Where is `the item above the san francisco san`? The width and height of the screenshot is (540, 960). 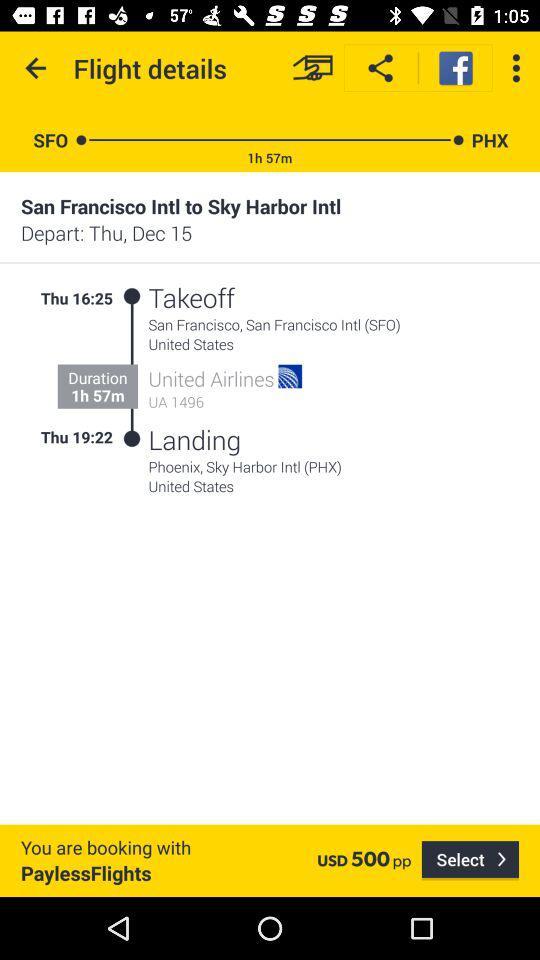 the item above the san francisco san is located at coordinates (300, 296).